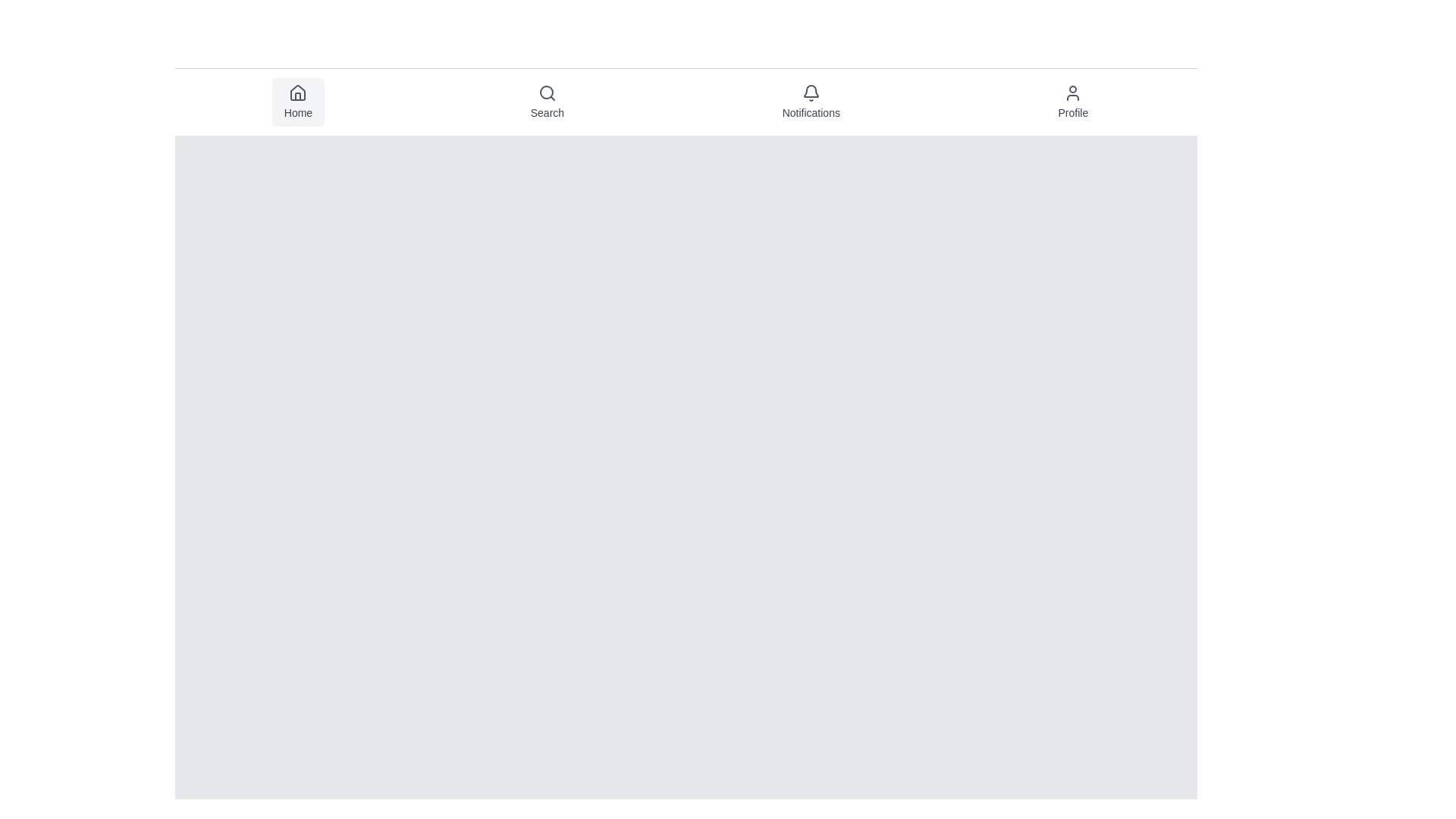 The width and height of the screenshot is (1456, 819). I want to click on the small gray home icon located above the 'Home' label in the navigation bar, so click(298, 93).